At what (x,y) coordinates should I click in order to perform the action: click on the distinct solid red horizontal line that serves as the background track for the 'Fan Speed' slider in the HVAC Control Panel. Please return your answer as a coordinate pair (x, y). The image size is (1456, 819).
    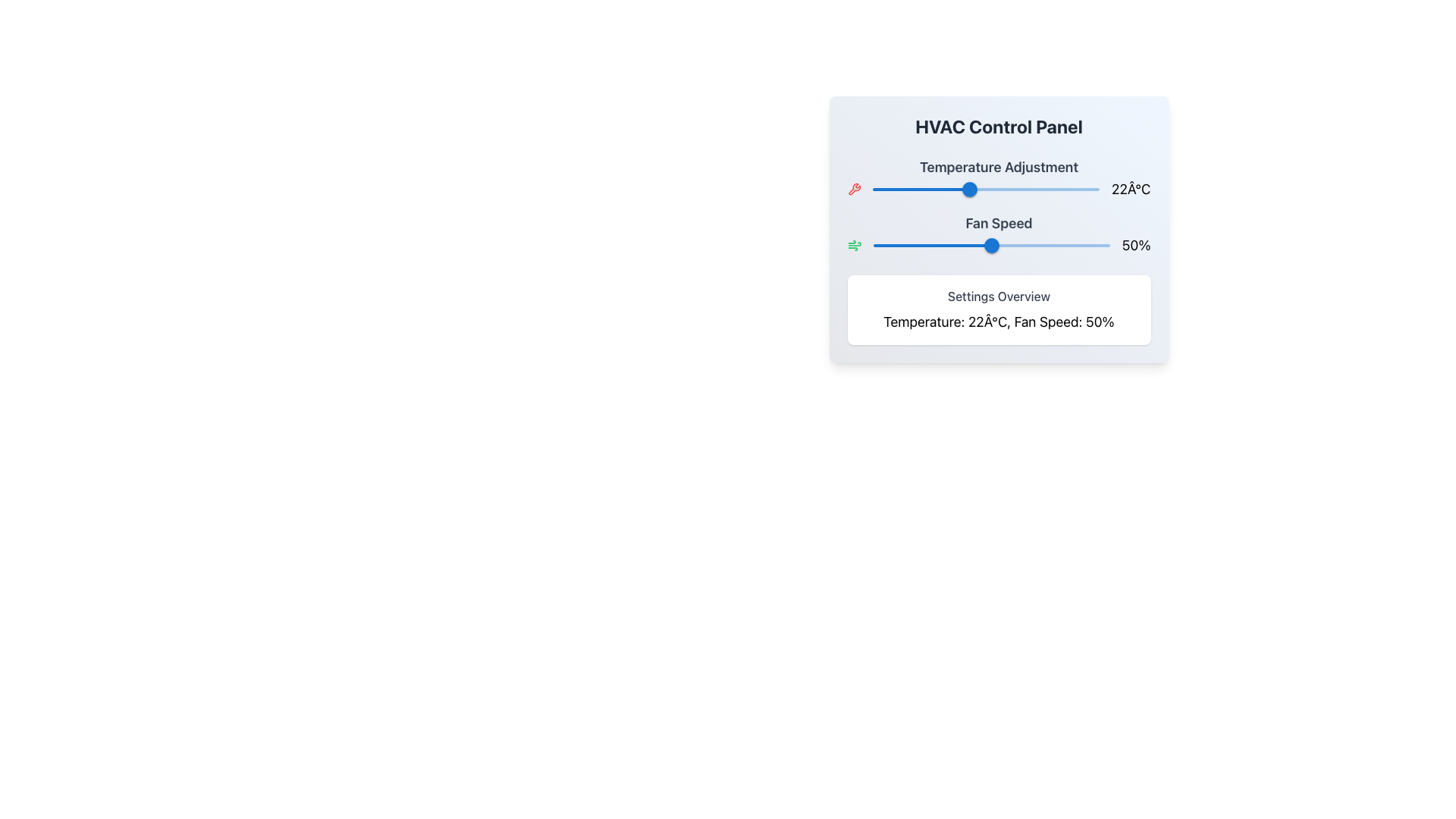
    Looking at the image, I should click on (992, 245).